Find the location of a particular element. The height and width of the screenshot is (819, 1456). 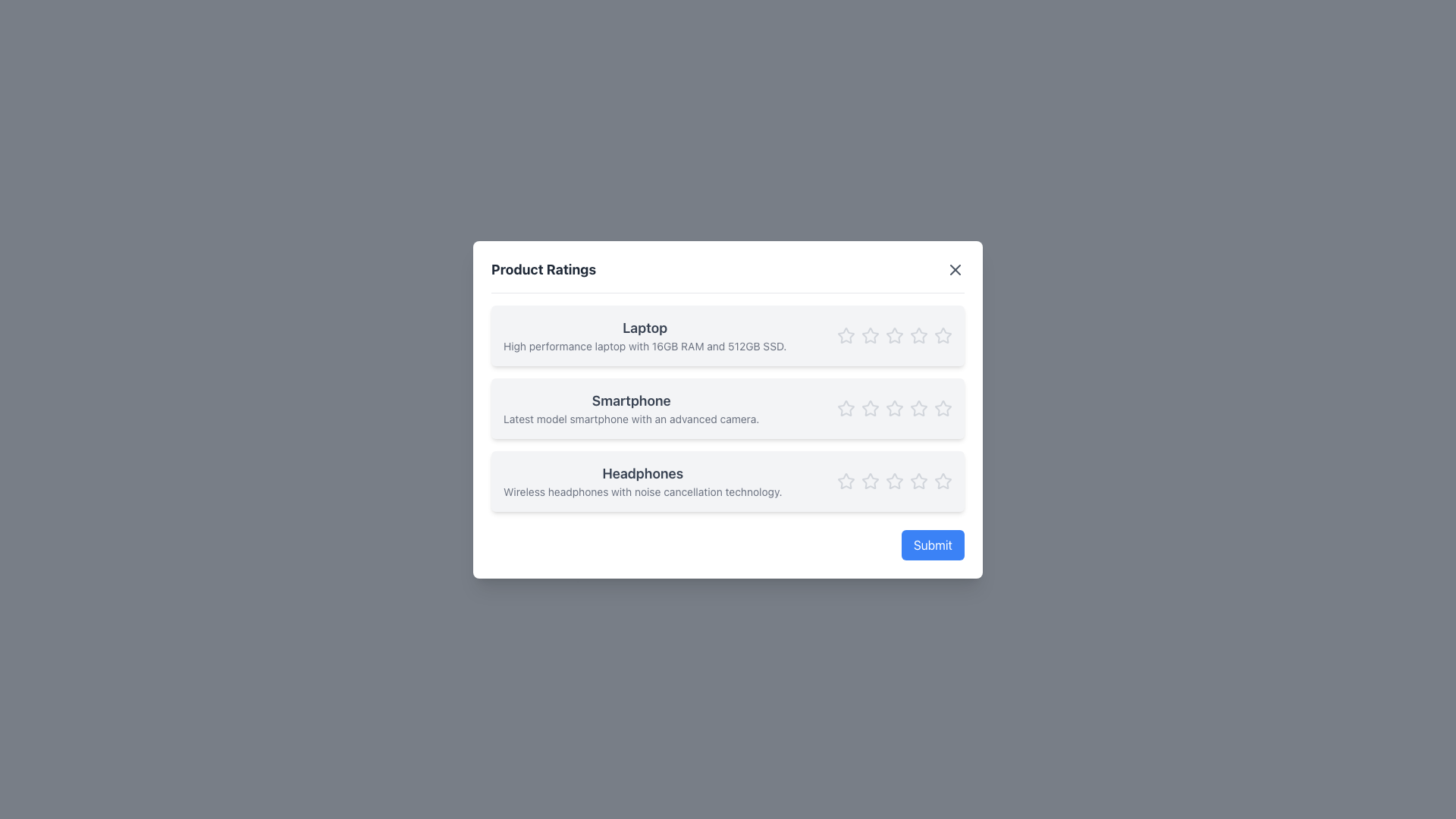

the first rating star icon for the 'Headphones' product is located at coordinates (846, 481).